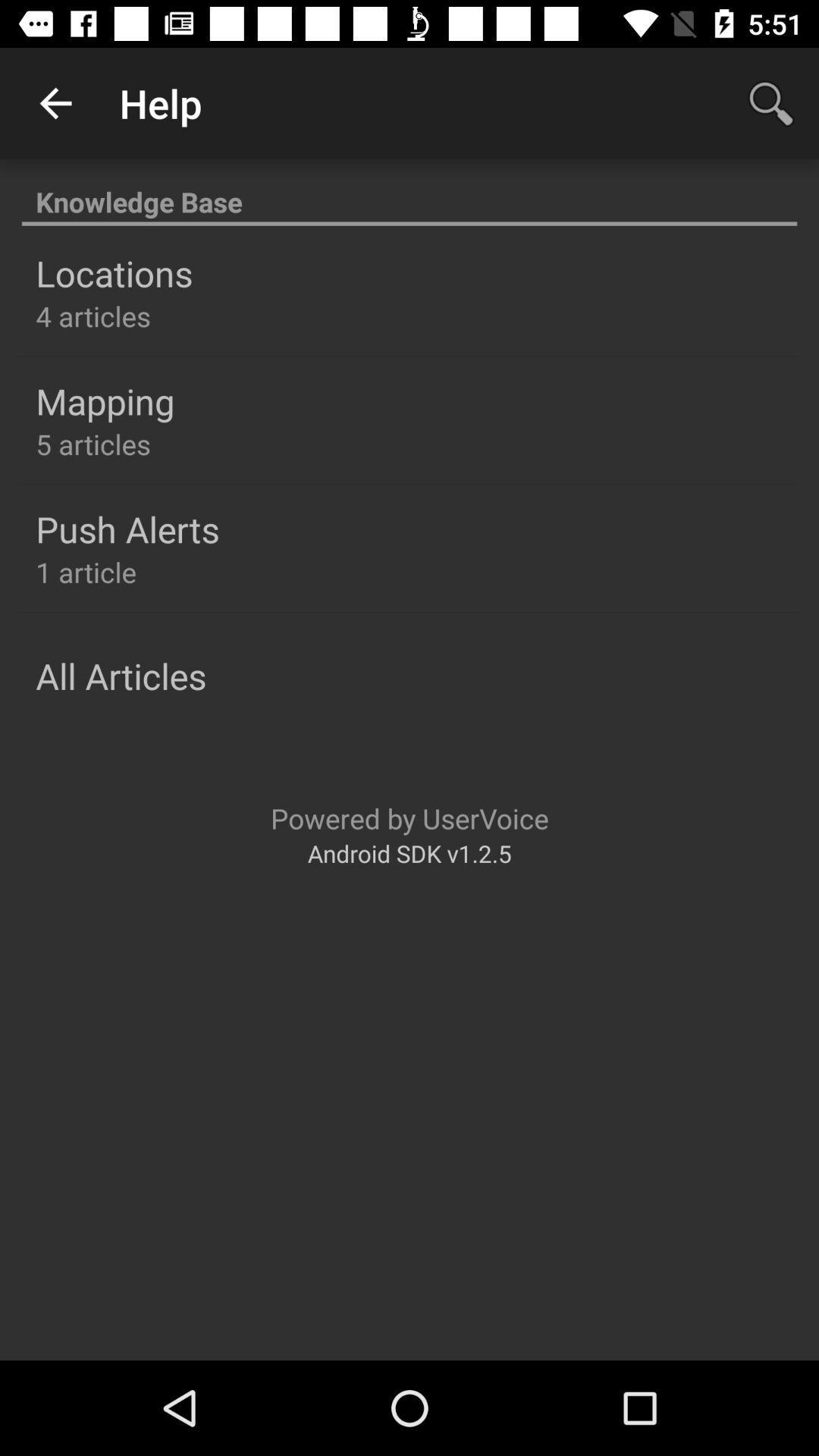  I want to click on the android sdk v1 icon, so click(409, 853).